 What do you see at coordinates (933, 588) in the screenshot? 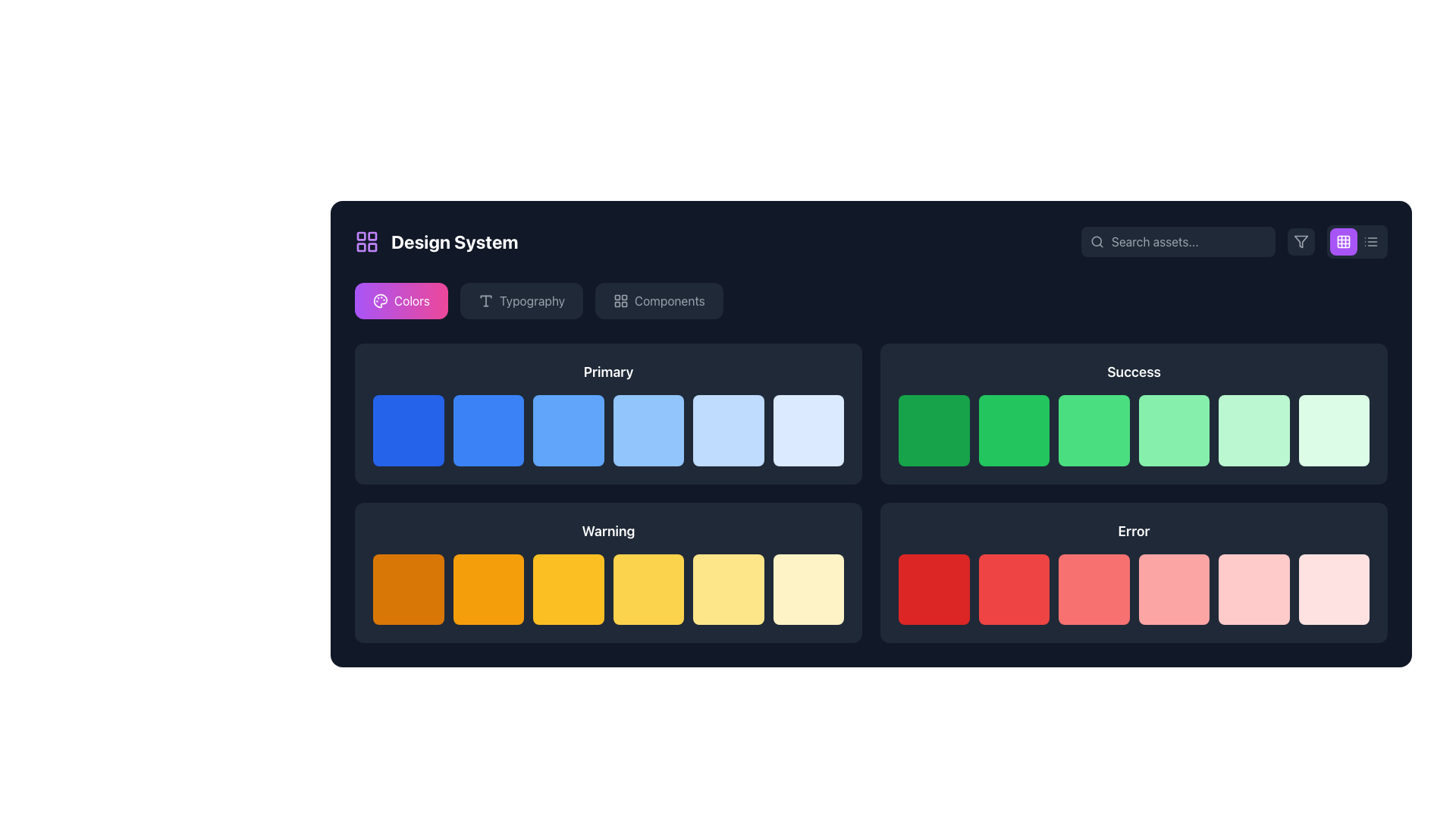
I see `the first interactive color block in the 'Error' category of the color palette interface` at bounding box center [933, 588].